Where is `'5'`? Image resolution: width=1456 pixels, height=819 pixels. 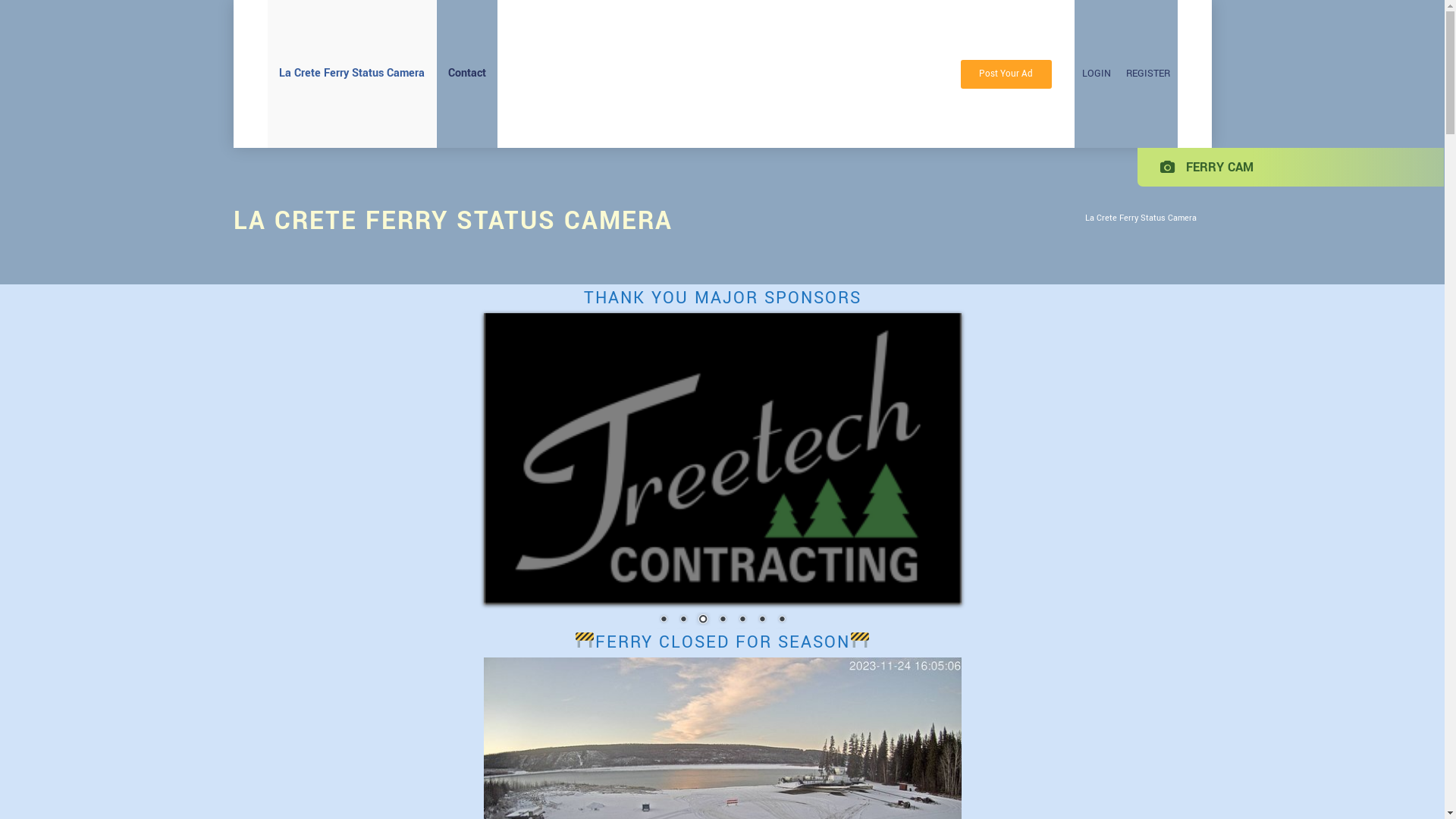 '5' is located at coordinates (742, 620).